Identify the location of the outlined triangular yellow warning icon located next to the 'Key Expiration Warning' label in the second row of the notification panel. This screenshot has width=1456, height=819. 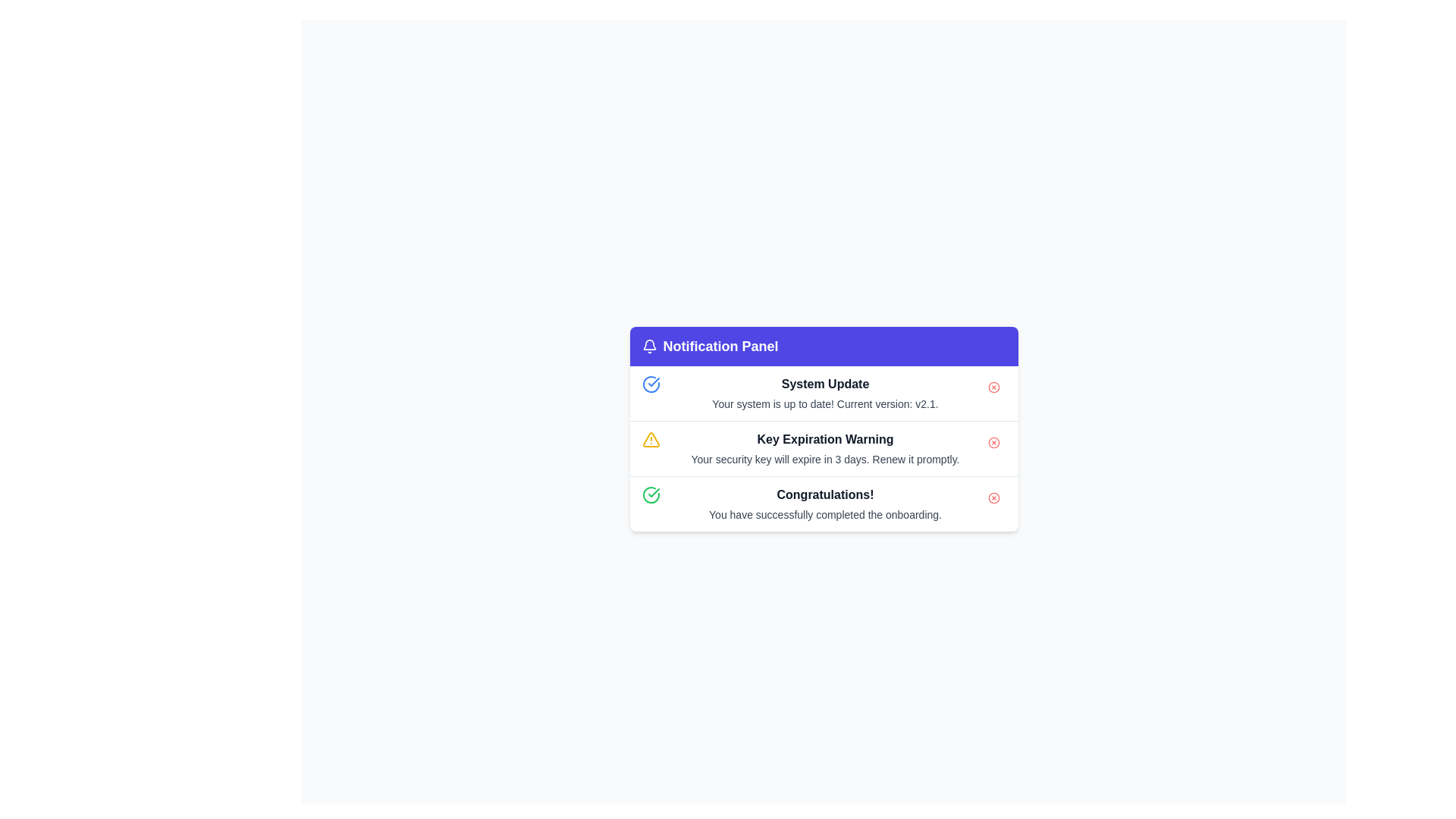
(651, 438).